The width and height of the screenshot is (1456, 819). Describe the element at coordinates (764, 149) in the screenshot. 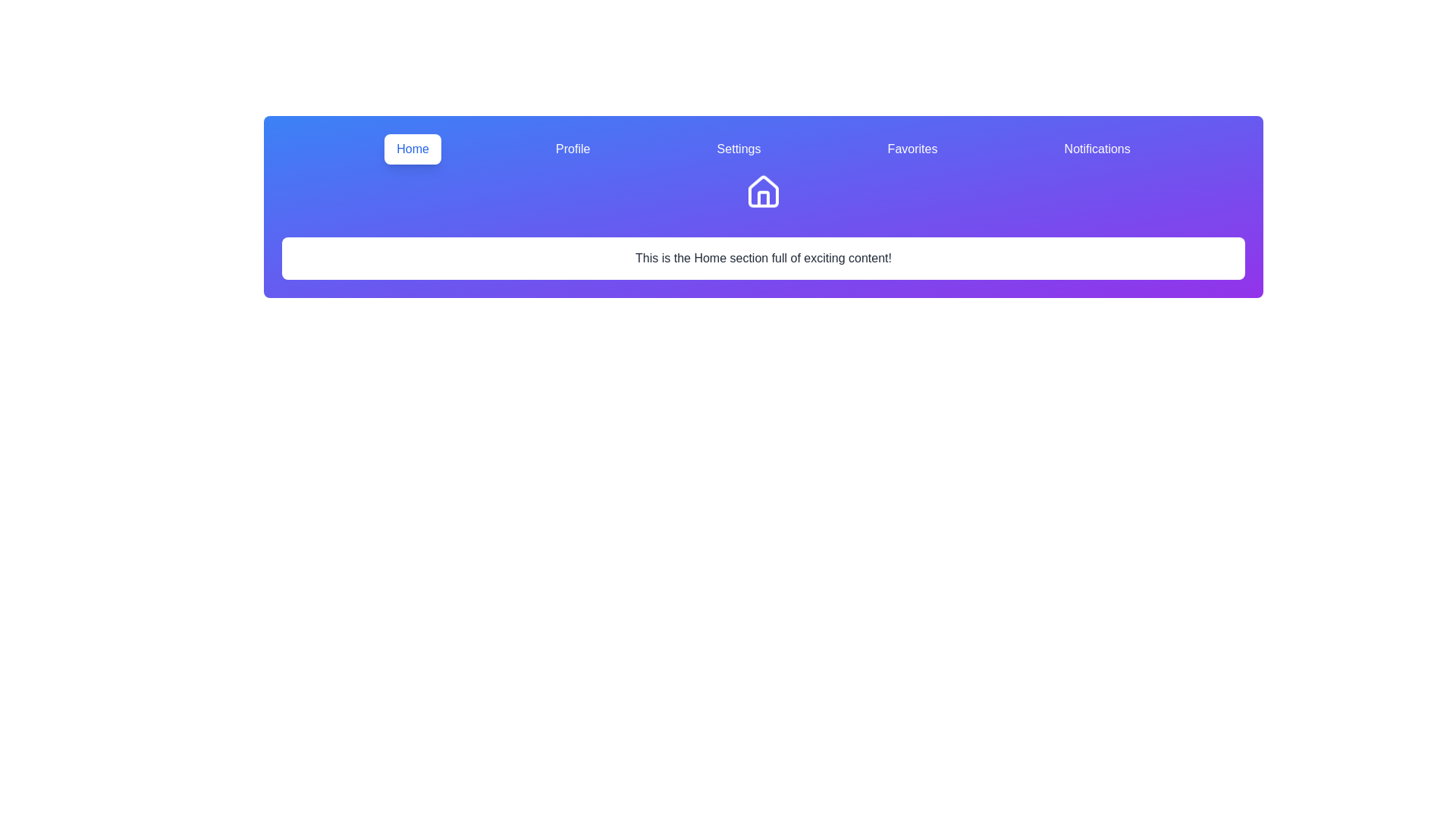

I see `the navigation menu items` at that location.